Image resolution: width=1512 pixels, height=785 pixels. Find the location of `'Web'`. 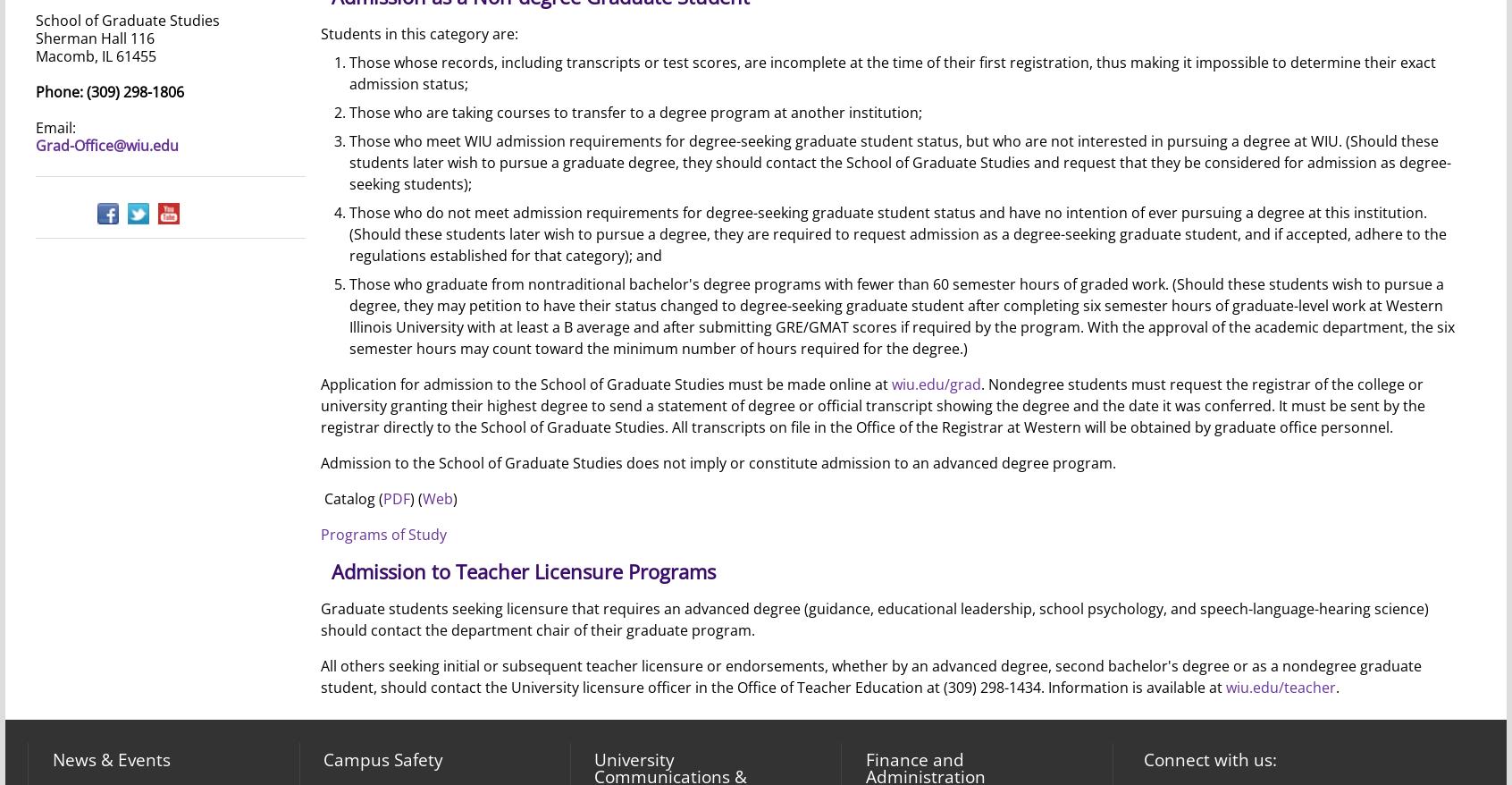

'Web' is located at coordinates (421, 497).